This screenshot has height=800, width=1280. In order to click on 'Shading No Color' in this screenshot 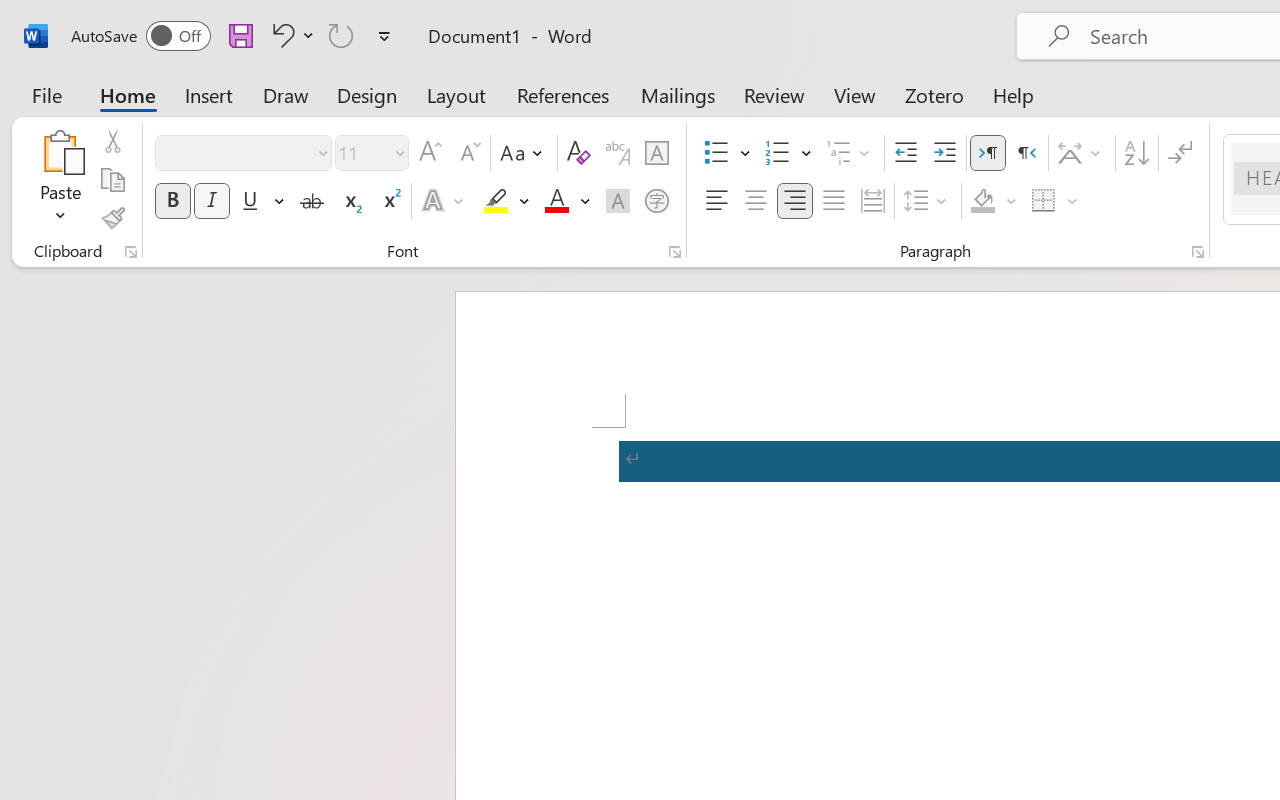, I will do `click(983, 201)`.